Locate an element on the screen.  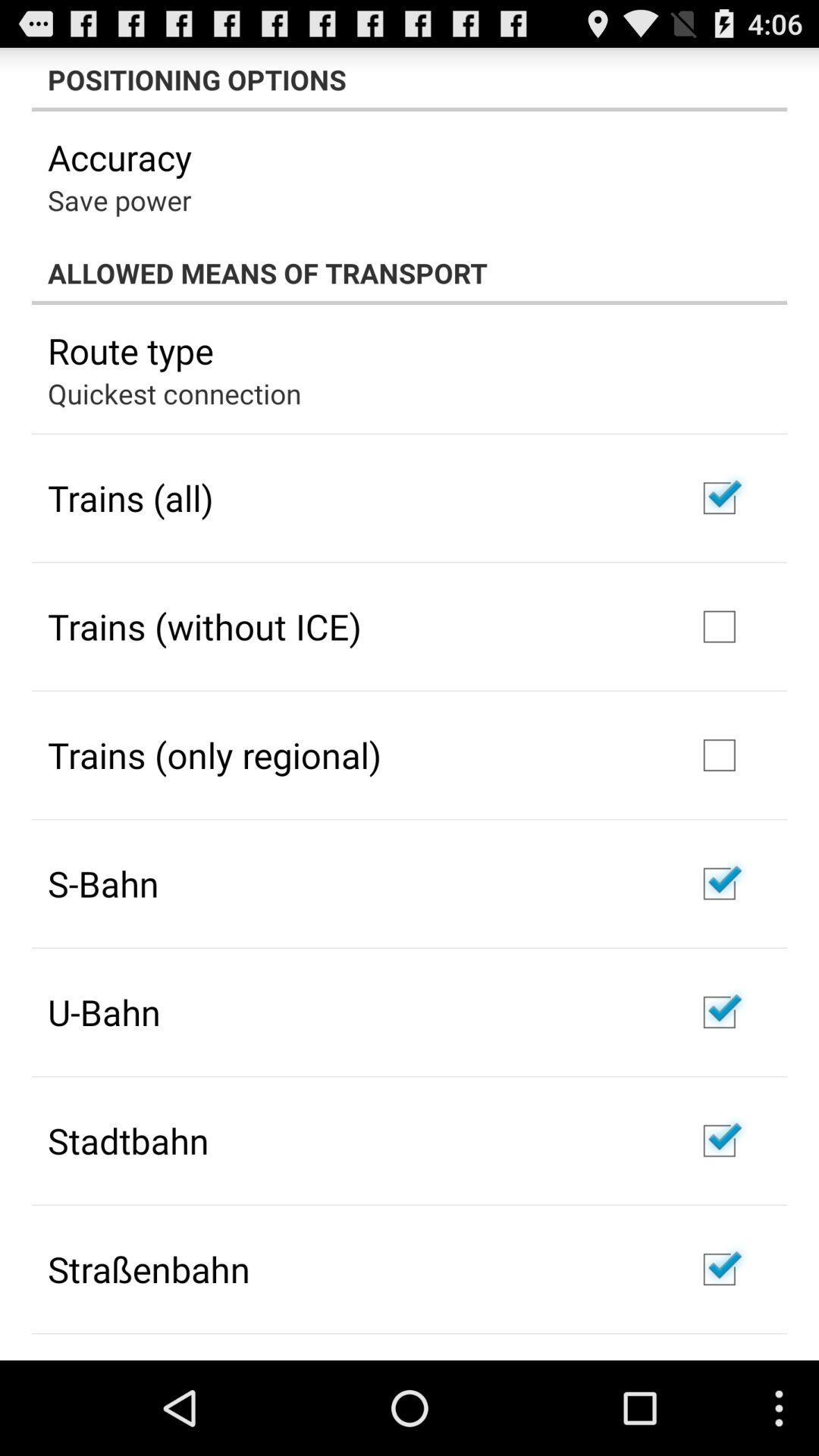
icon below trains (only regional) is located at coordinates (102, 883).